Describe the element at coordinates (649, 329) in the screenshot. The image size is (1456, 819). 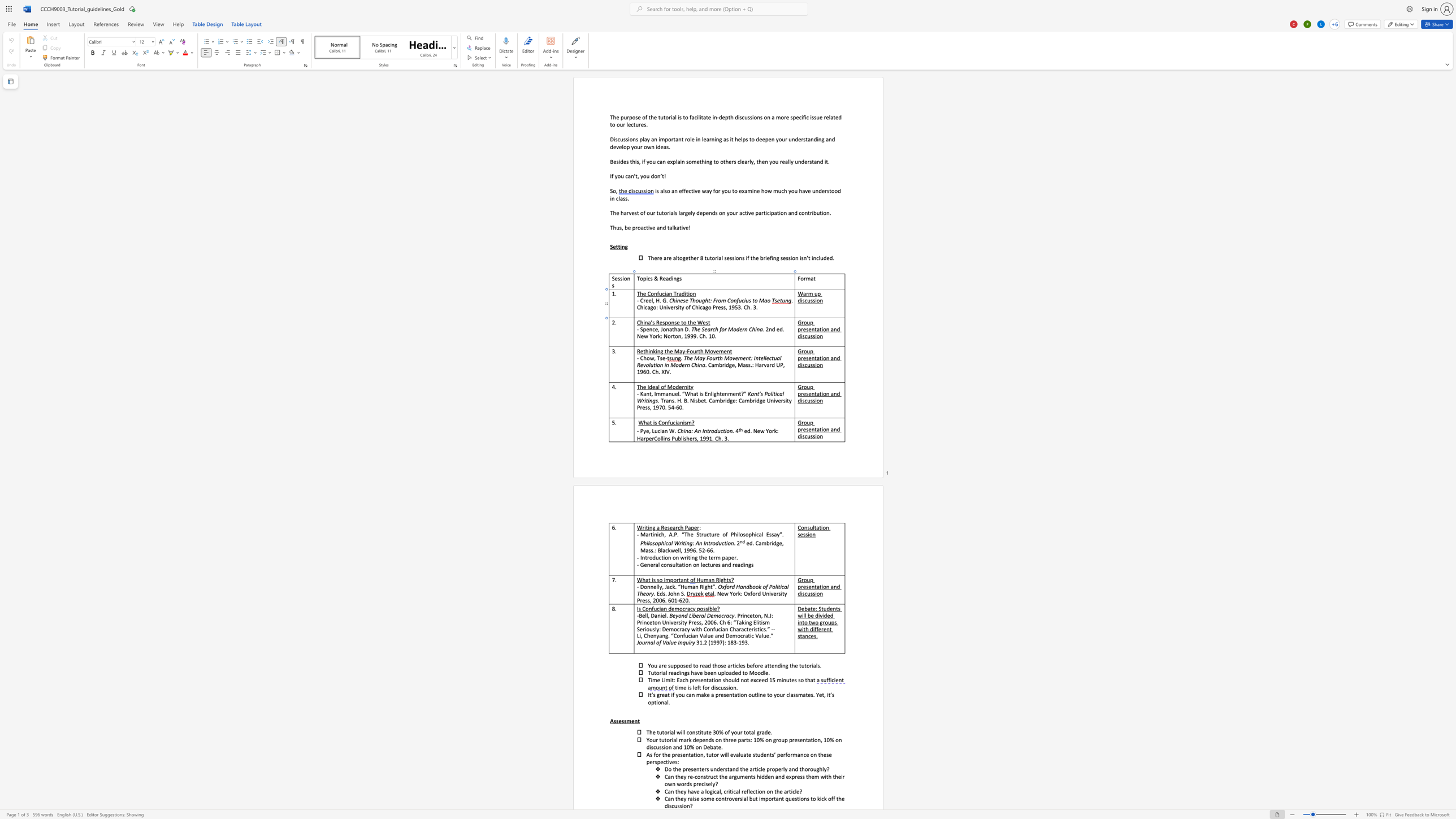
I see `the space between the continuous character "e" and "n" in the text` at that location.